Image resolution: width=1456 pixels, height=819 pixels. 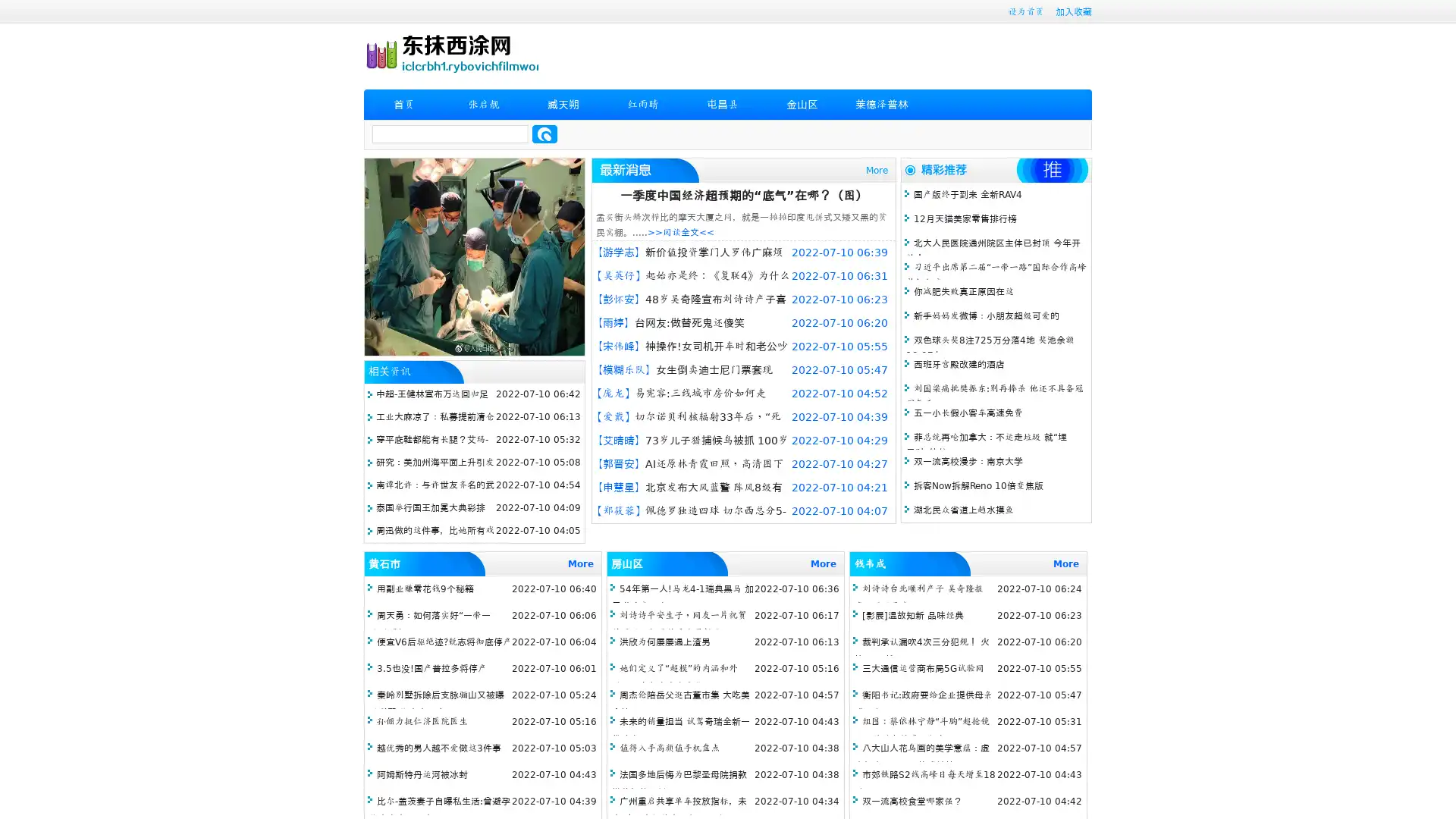 I want to click on Search, so click(x=544, y=133).